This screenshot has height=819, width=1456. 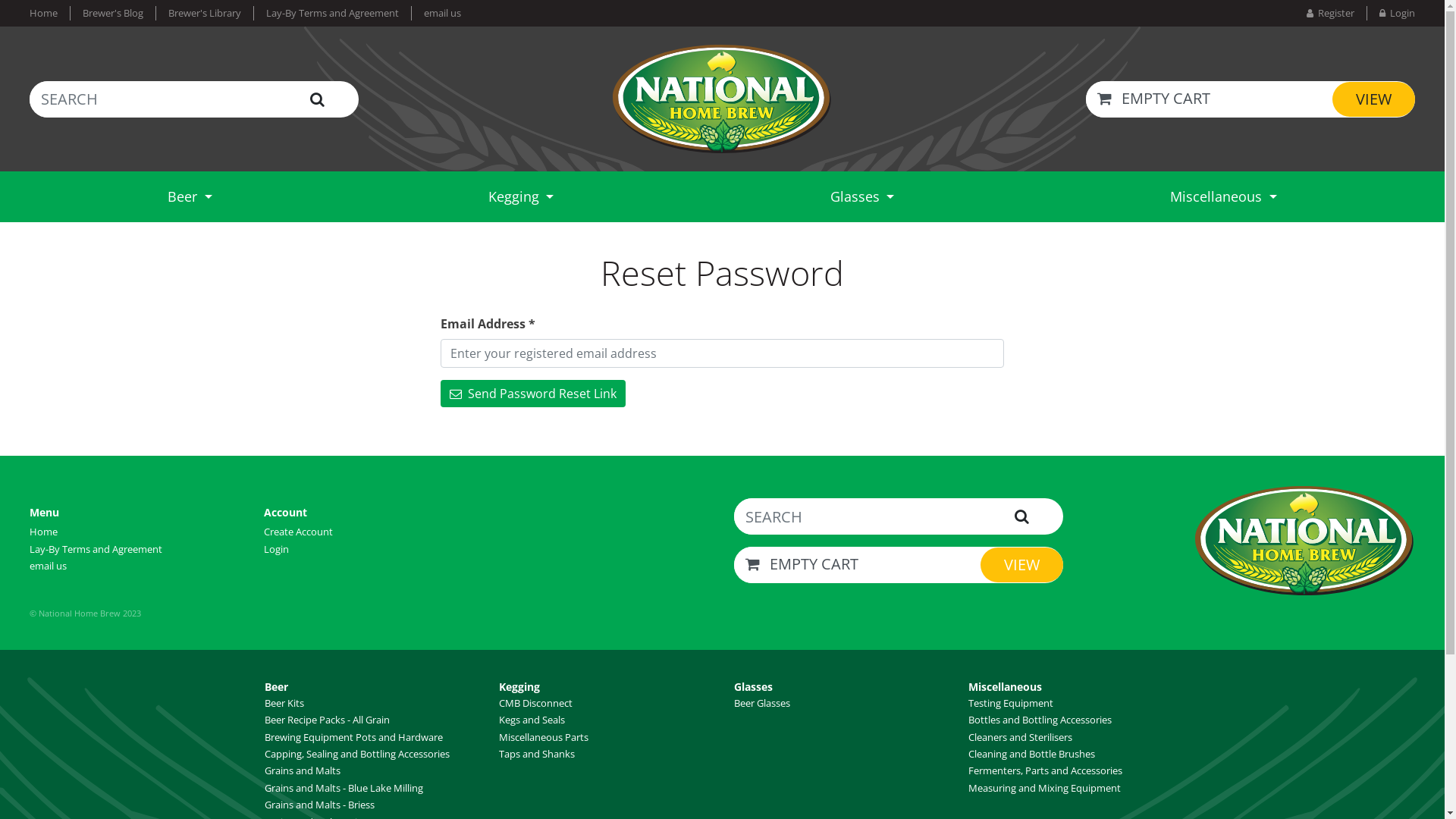 What do you see at coordinates (95, 548) in the screenshot?
I see `'Lay-By Terms and Agreement'` at bounding box center [95, 548].